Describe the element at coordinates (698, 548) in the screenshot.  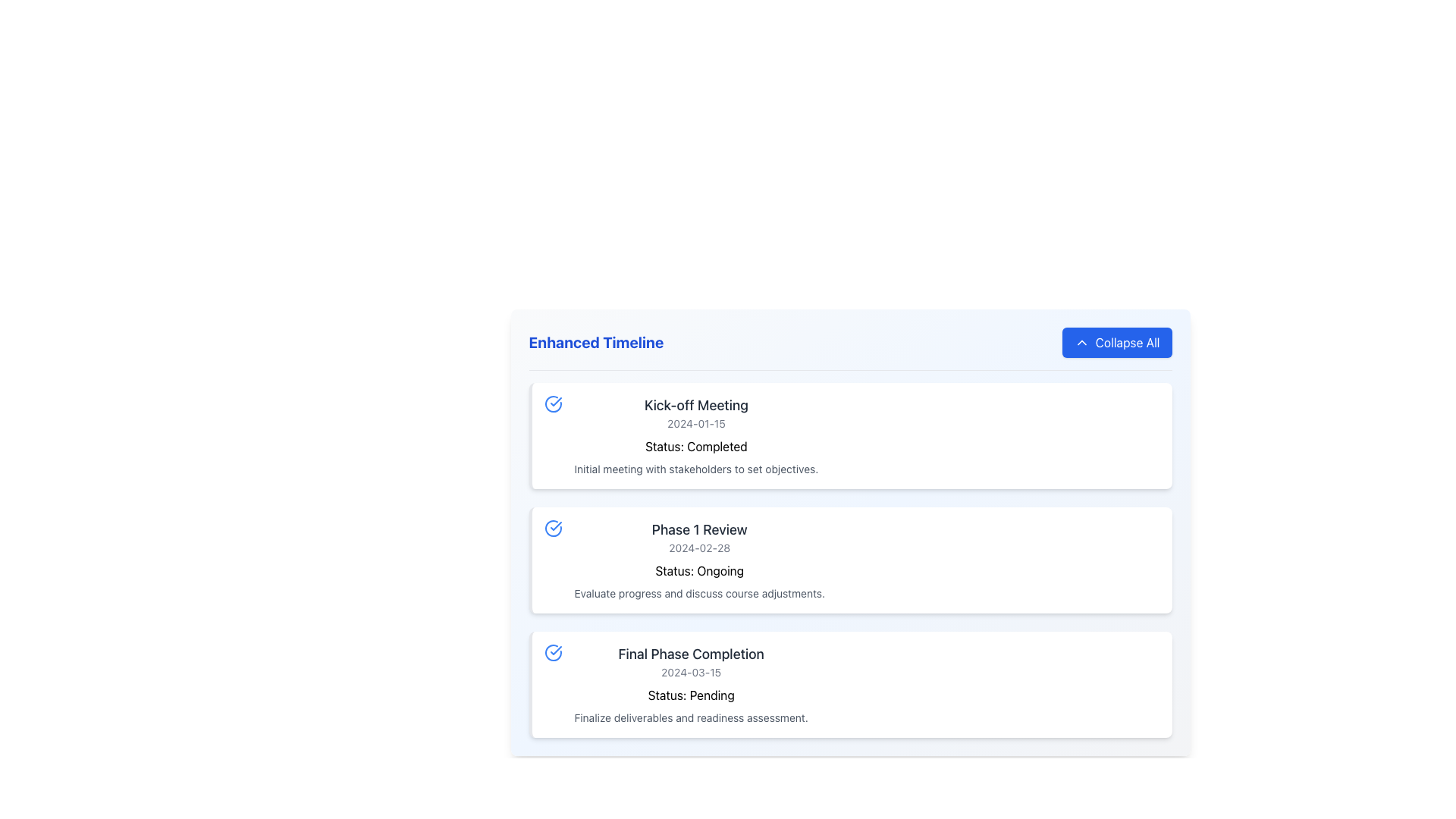
I see `the Text label displaying the date, which is in a smaller gray font below the 'Phase 1 Review' title and above the 'Status: Ongoing' label` at that location.